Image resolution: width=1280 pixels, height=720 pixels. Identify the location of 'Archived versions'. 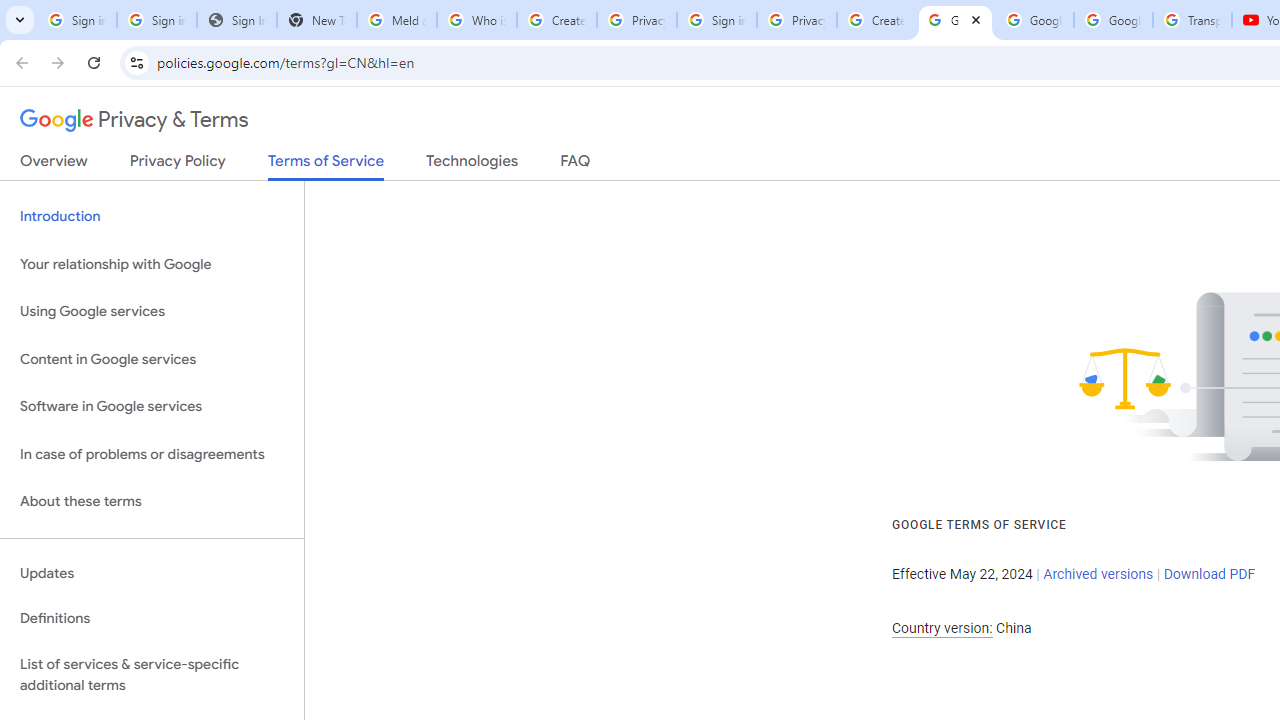
(1097, 574).